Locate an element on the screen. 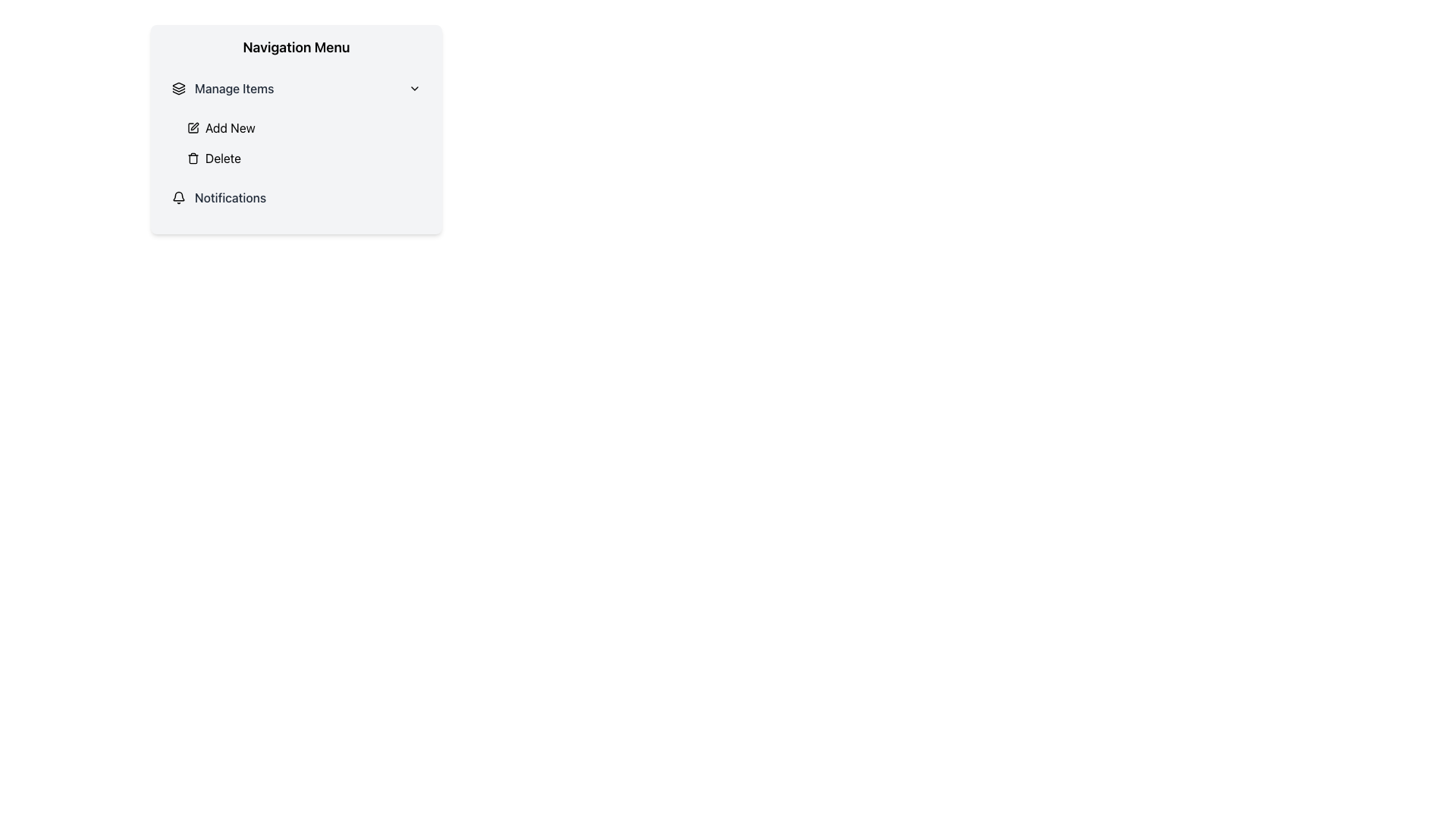  the first selectable text label in the 'Navigation Menu' is located at coordinates (234, 88).